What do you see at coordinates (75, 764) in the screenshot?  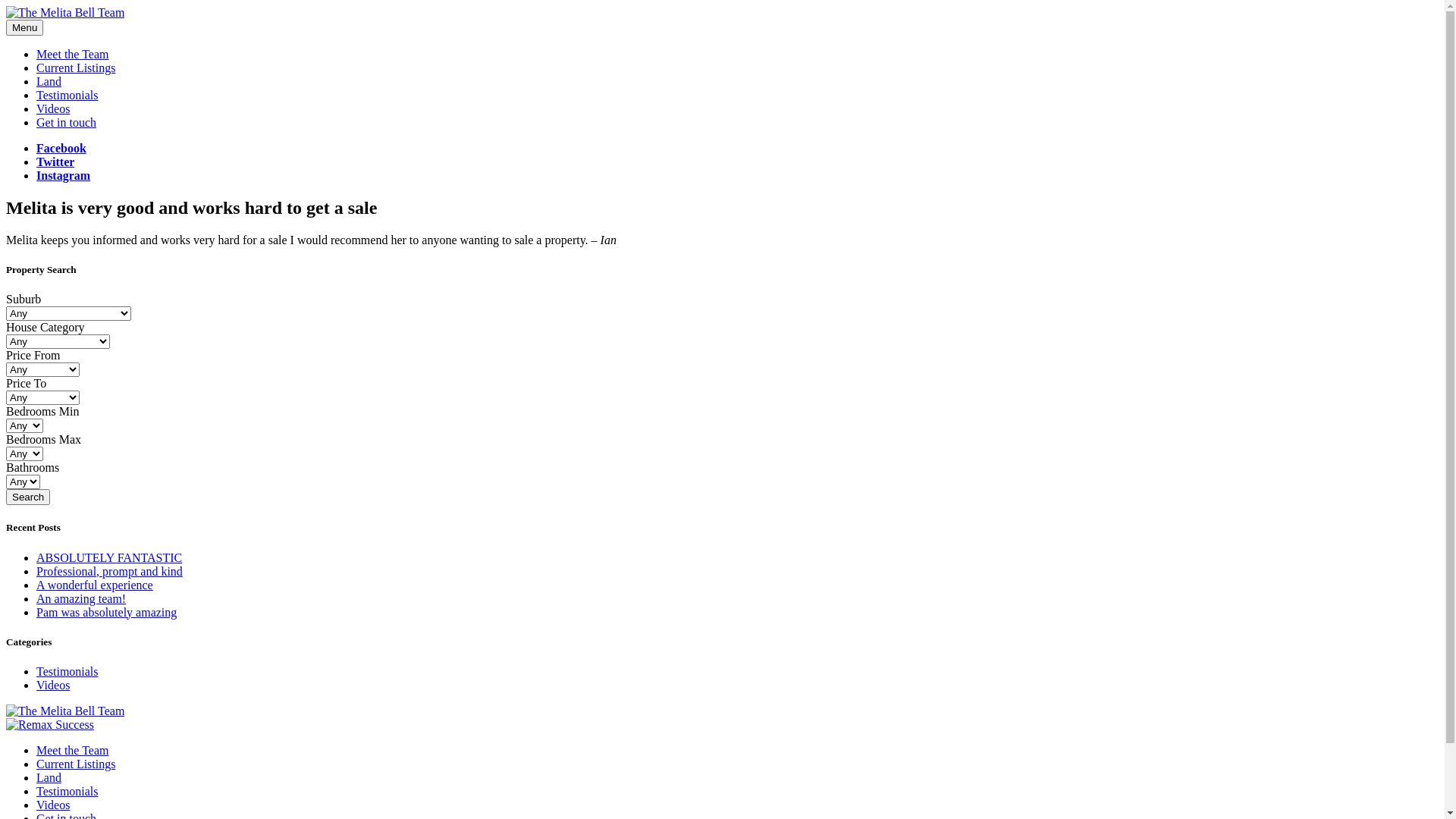 I see `'Current Listings'` at bounding box center [75, 764].